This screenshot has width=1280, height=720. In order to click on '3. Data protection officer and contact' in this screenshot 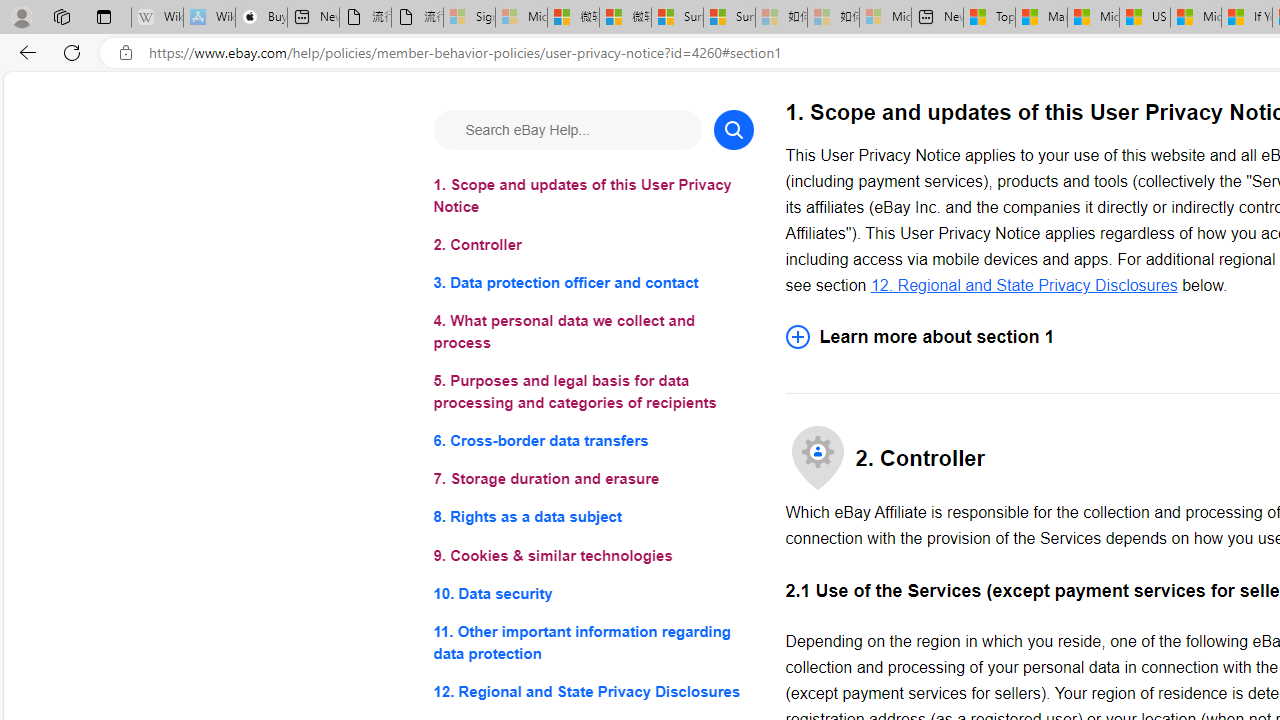, I will do `click(592, 283)`.